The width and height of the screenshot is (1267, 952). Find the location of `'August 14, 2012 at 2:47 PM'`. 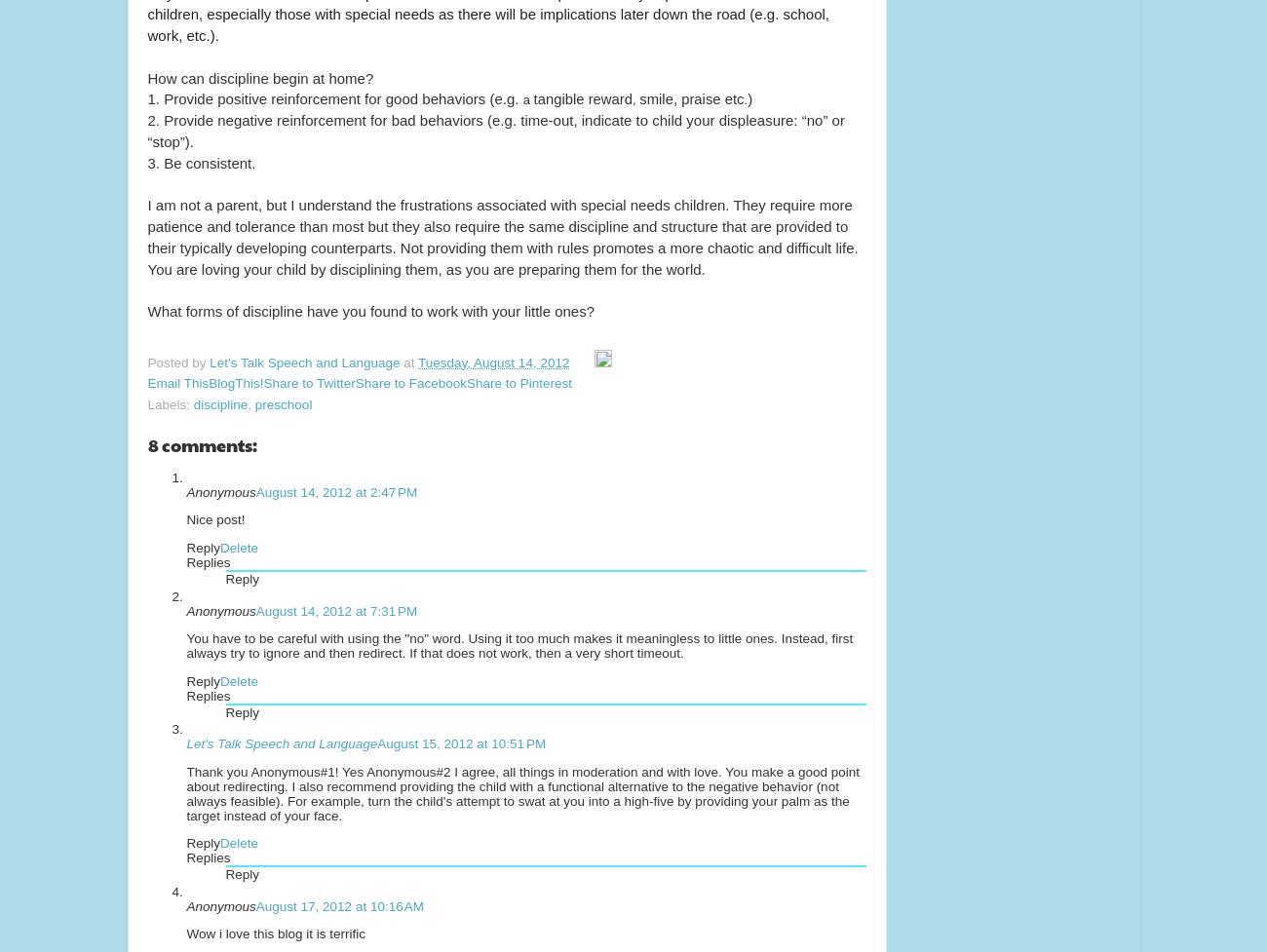

'August 14, 2012 at 2:47 PM' is located at coordinates (335, 490).